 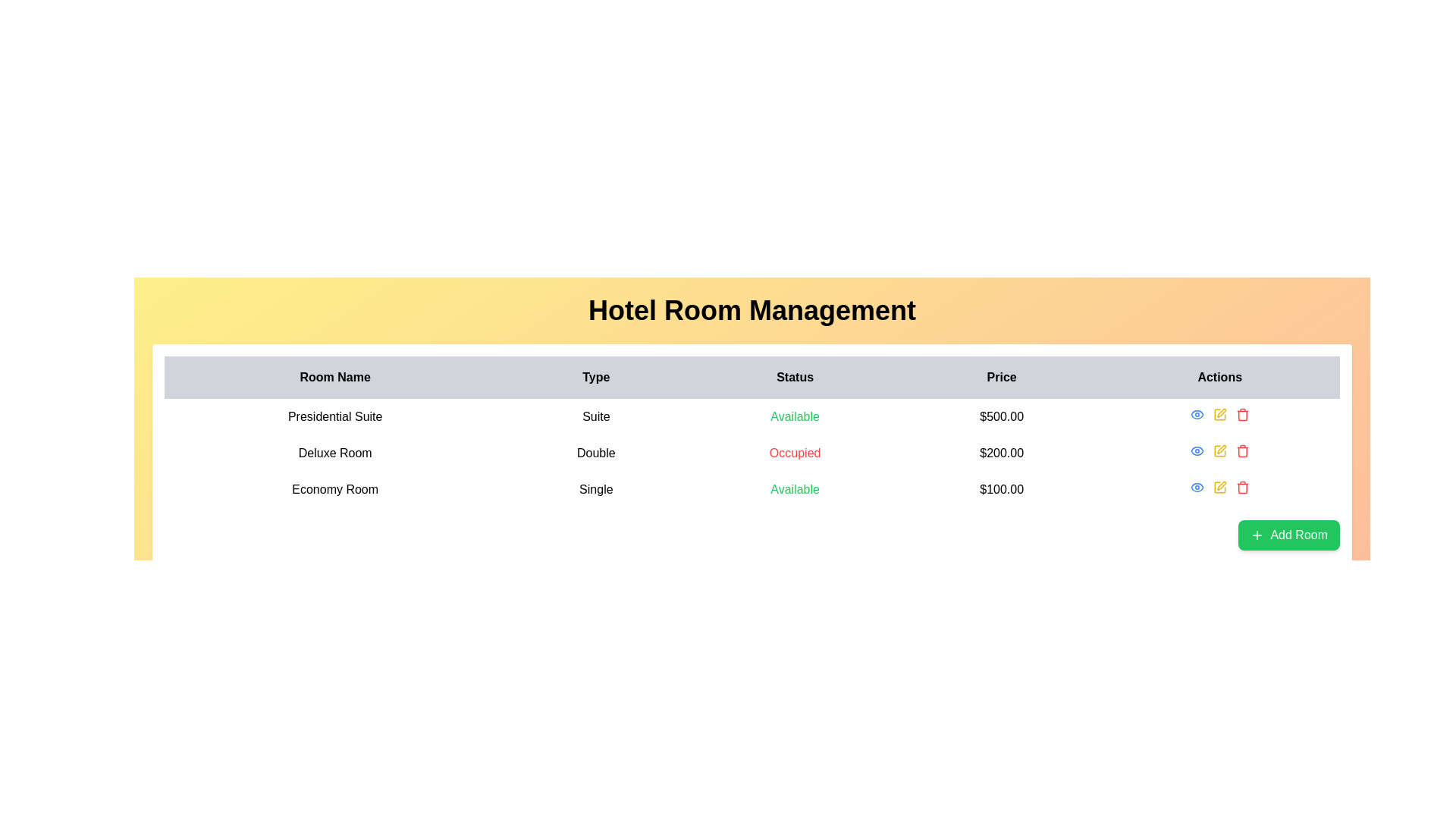 I want to click on the edit button located in the 'Actions' column of the second row for the 'Deluxe Room' entry to modify the room details, so click(x=1219, y=450).